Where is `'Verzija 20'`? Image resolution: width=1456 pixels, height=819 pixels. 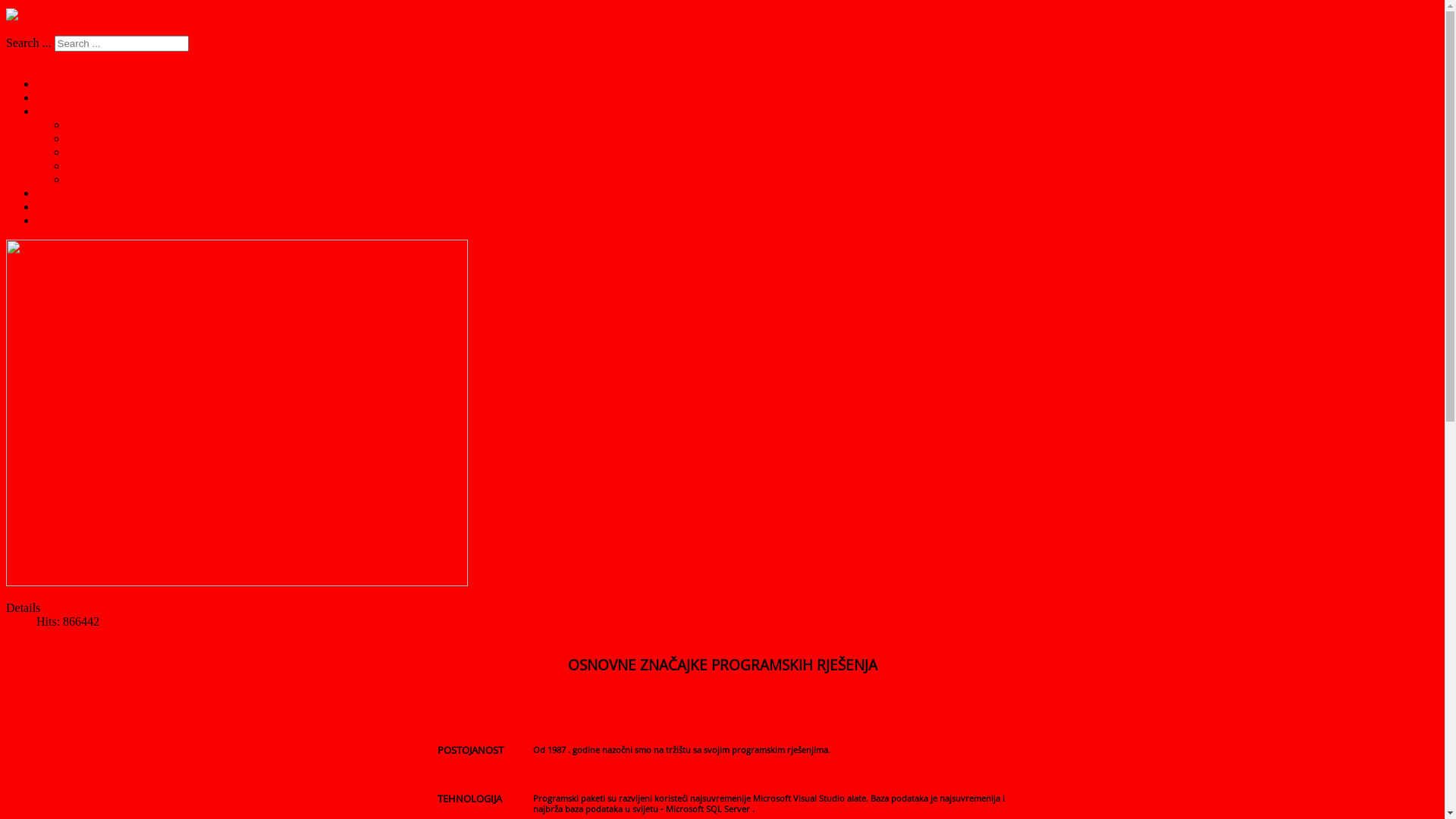 'Verzija 20' is located at coordinates (65, 165).